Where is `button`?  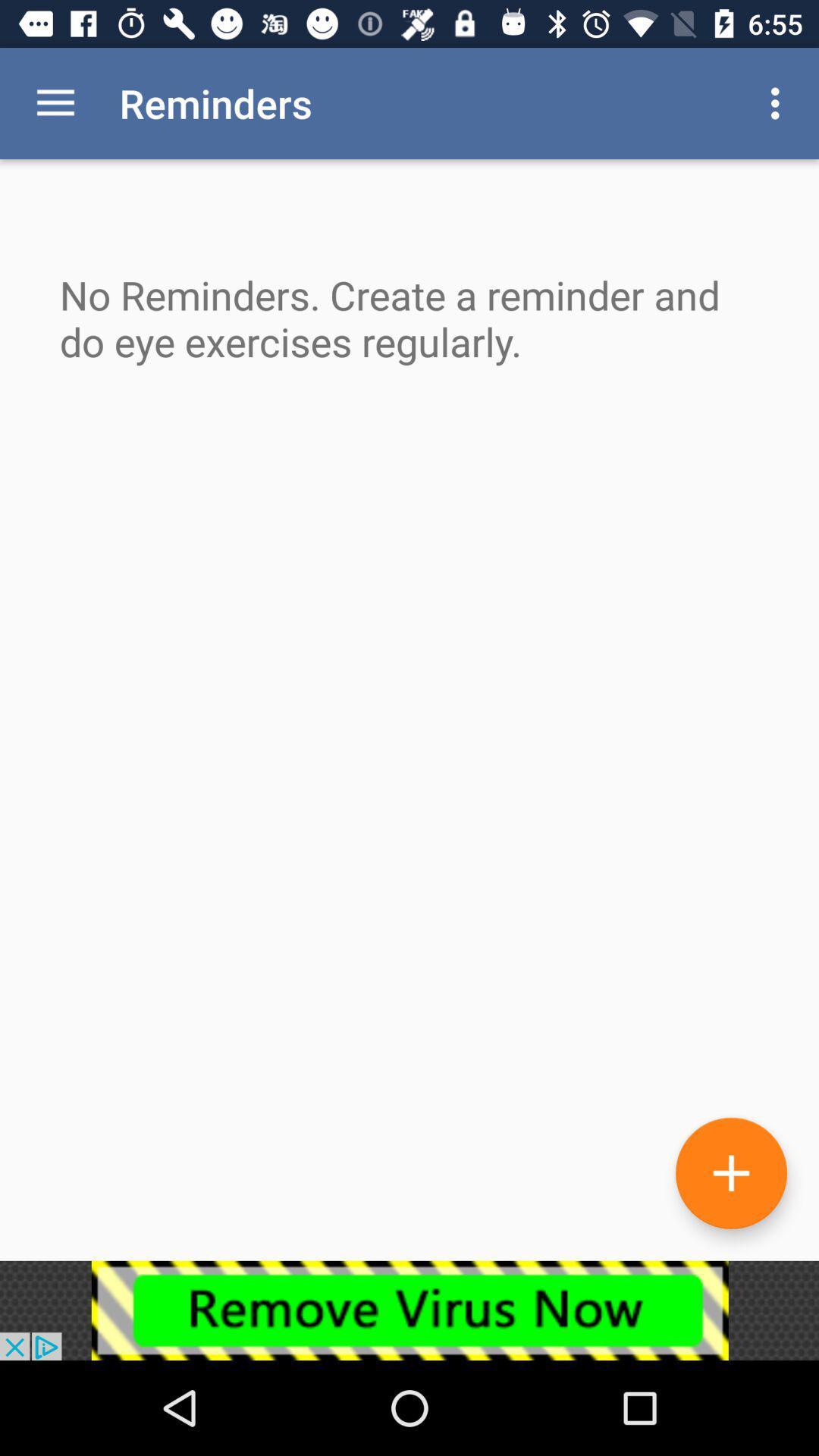 button is located at coordinates (730, 1172).